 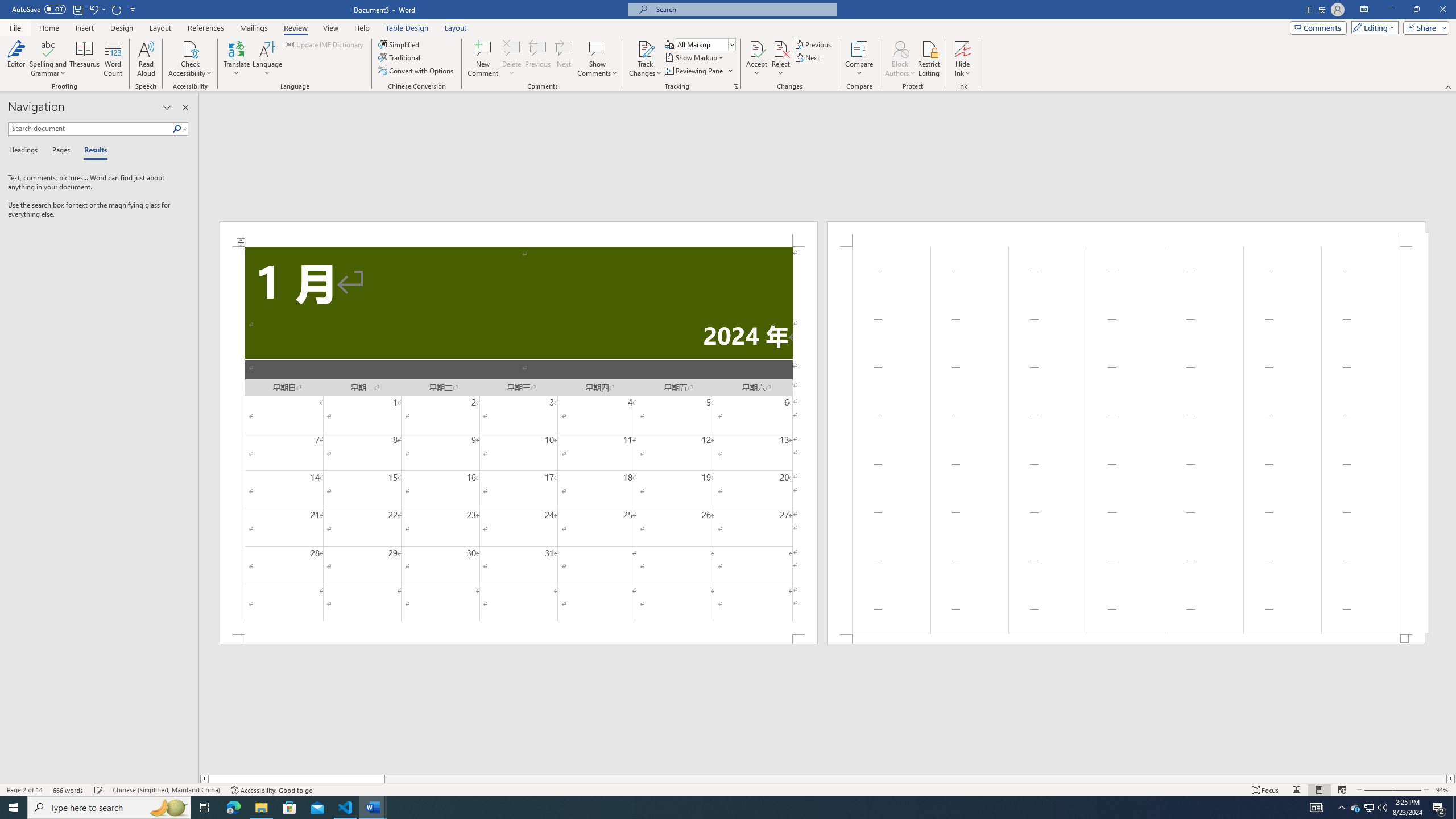 I want to click on 'Read Aloud', so click(x=146, y=59).